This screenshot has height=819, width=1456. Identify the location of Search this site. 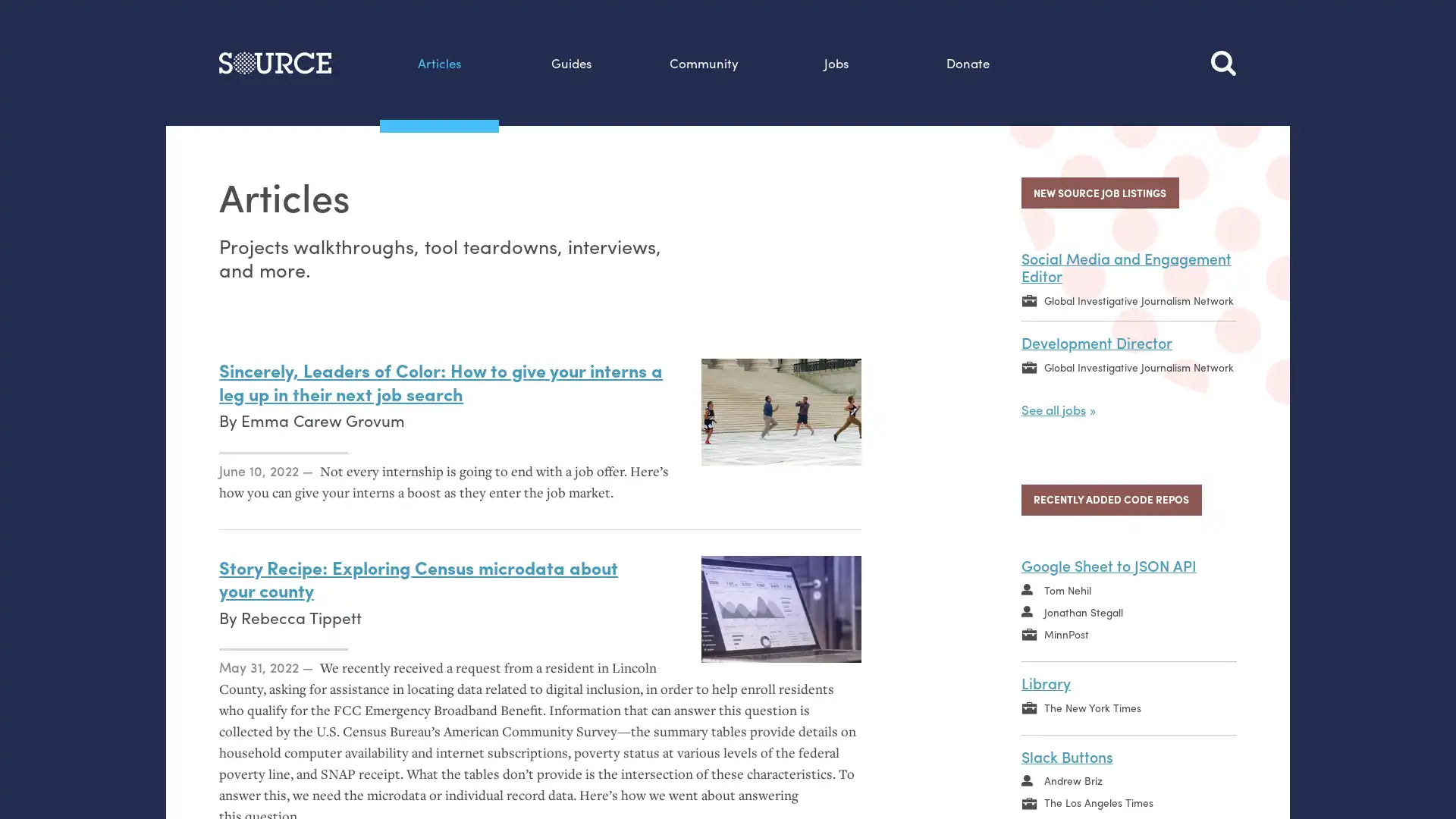
(165, 125).